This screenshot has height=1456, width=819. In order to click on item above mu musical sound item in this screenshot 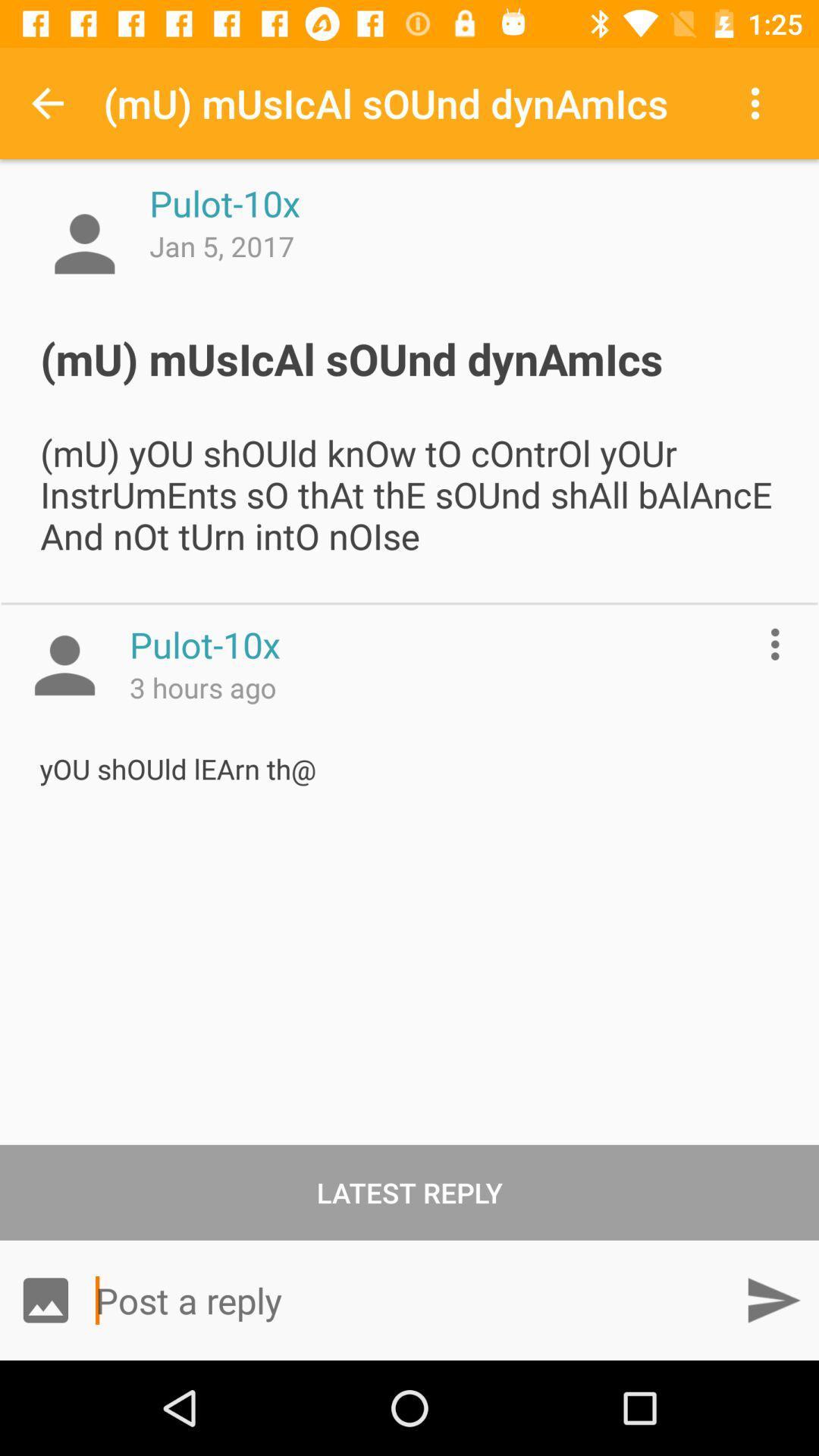, I will do `click(759, 102)`.